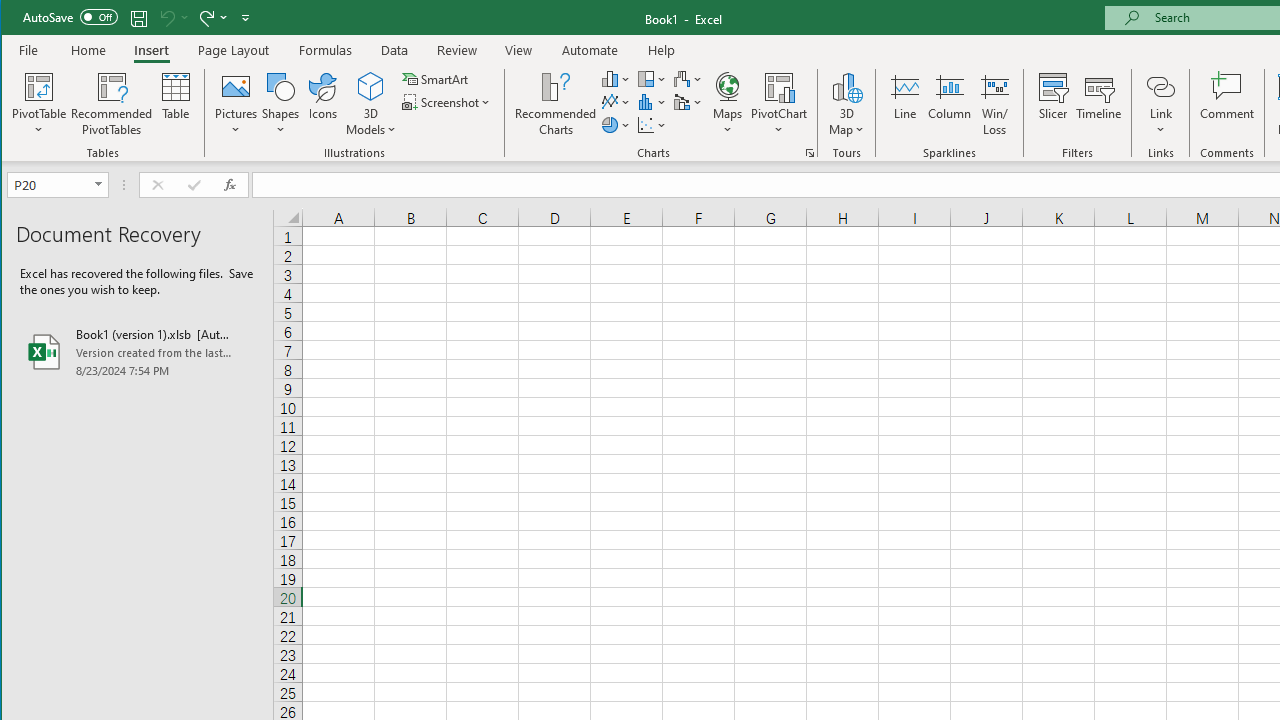 Image resolution: width=1280 pixels, height=720 pixels. Describe the element at coordinates (1051, 104) in the screenshot. I see `'Slicer...'` at that location.